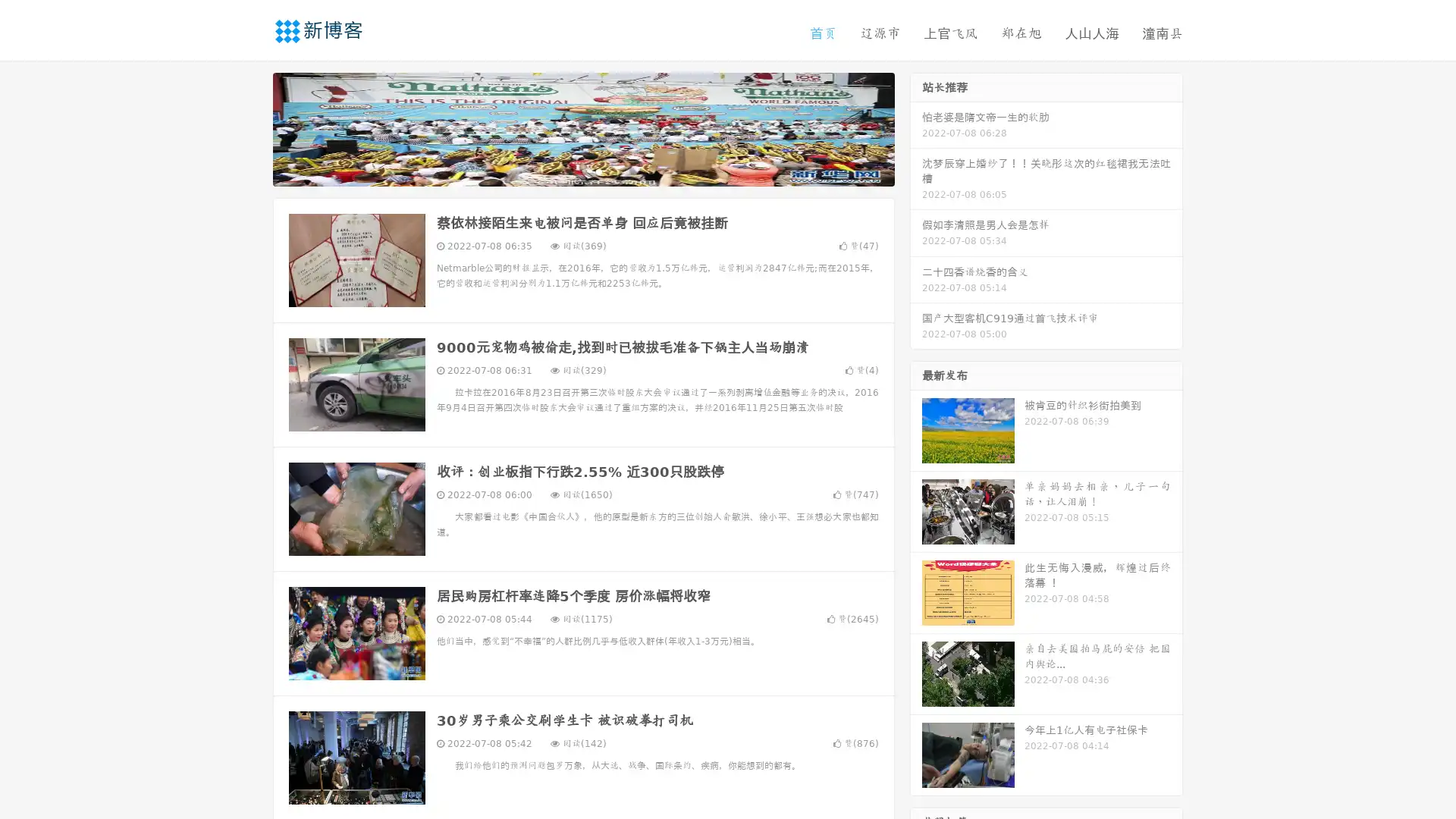  Describe the element at coordinates (916, 127) in the screenshot. I see `Next slide` at that location.